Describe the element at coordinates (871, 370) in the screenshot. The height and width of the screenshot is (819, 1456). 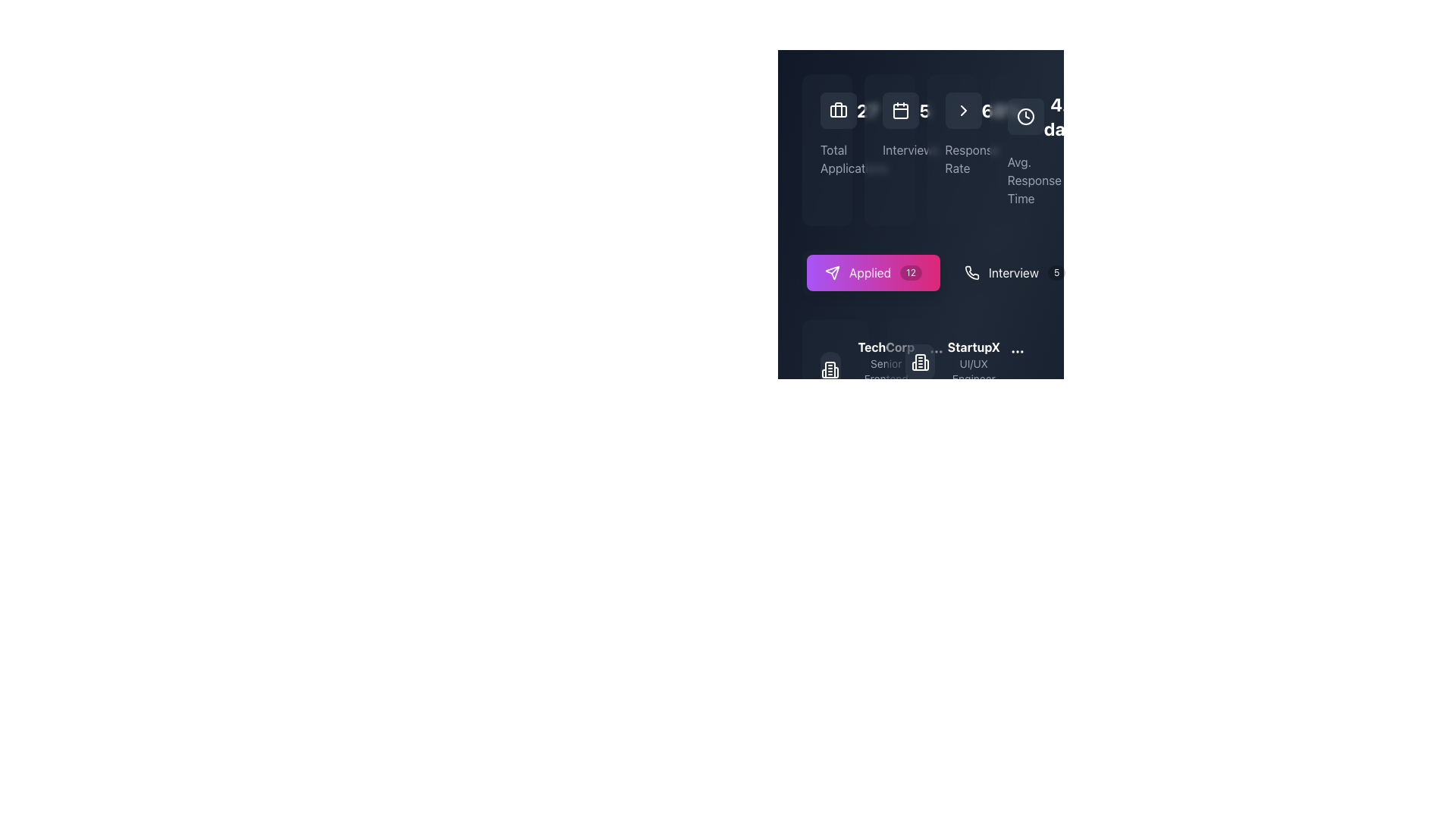
I see `the List Item displaying 'TechCorp'` at that location.